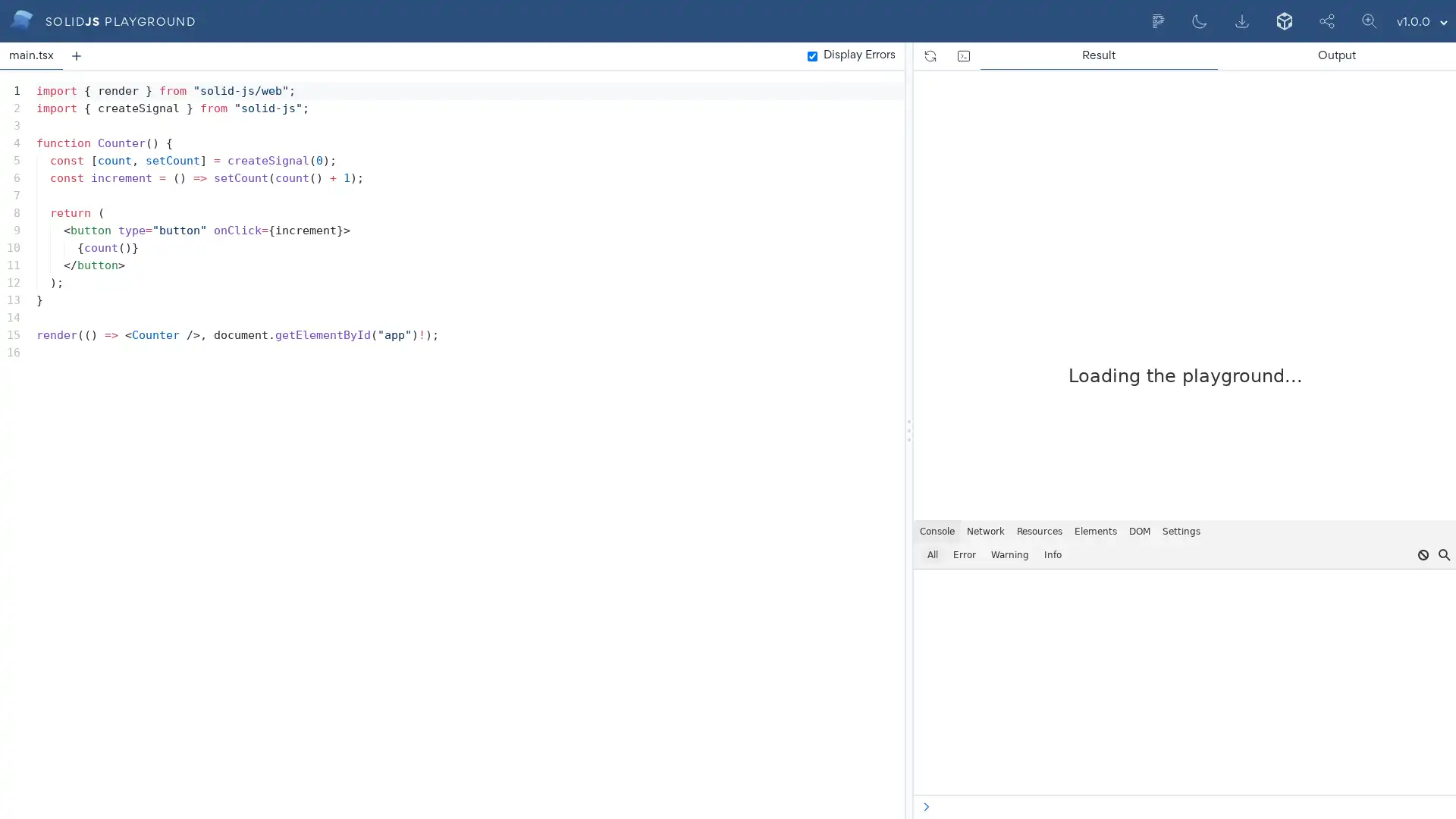  I want to click on Result, so click(1099, 55).